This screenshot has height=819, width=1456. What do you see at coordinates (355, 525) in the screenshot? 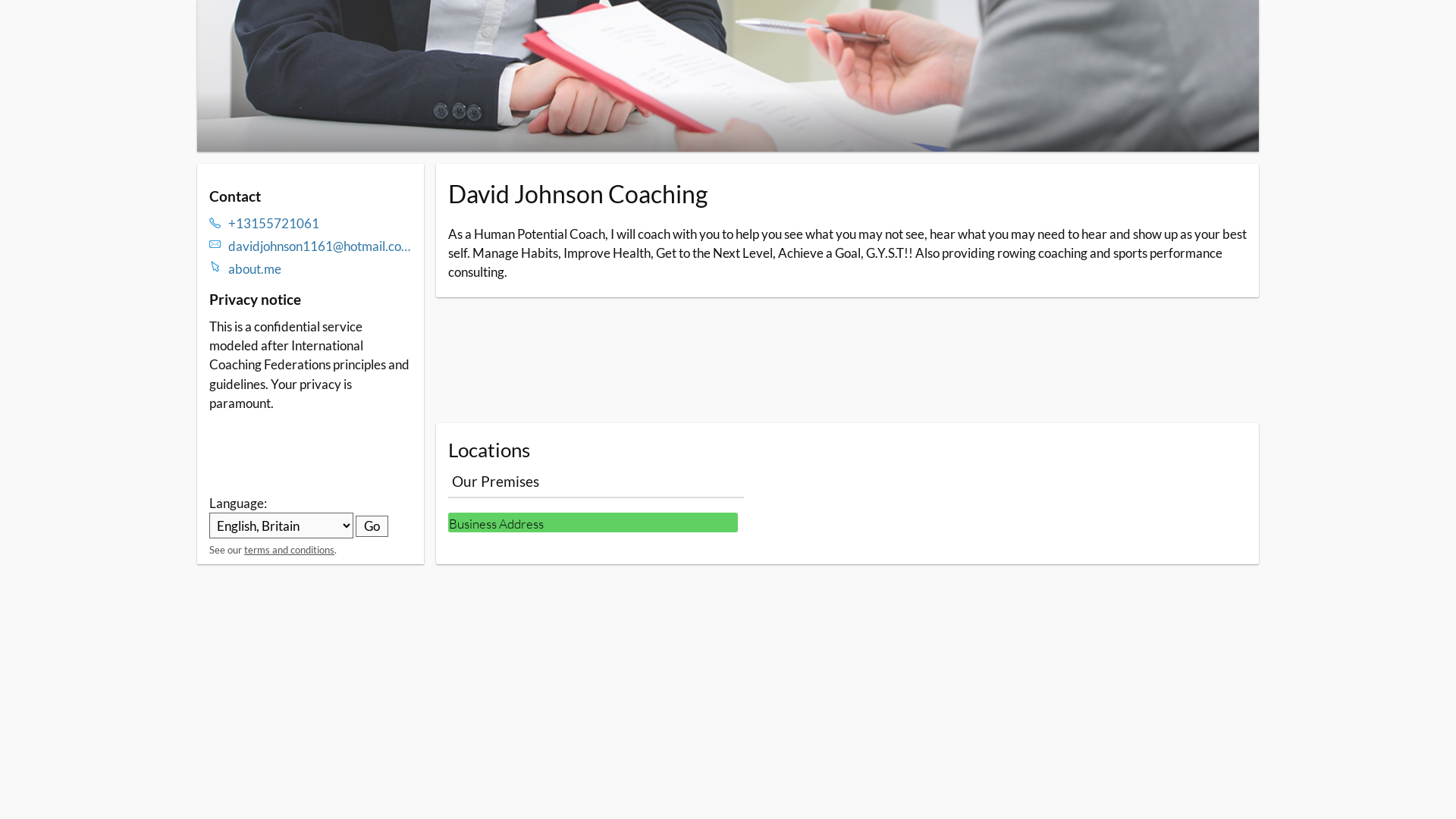
I see `'Go'` at bounding box center [355, 525].